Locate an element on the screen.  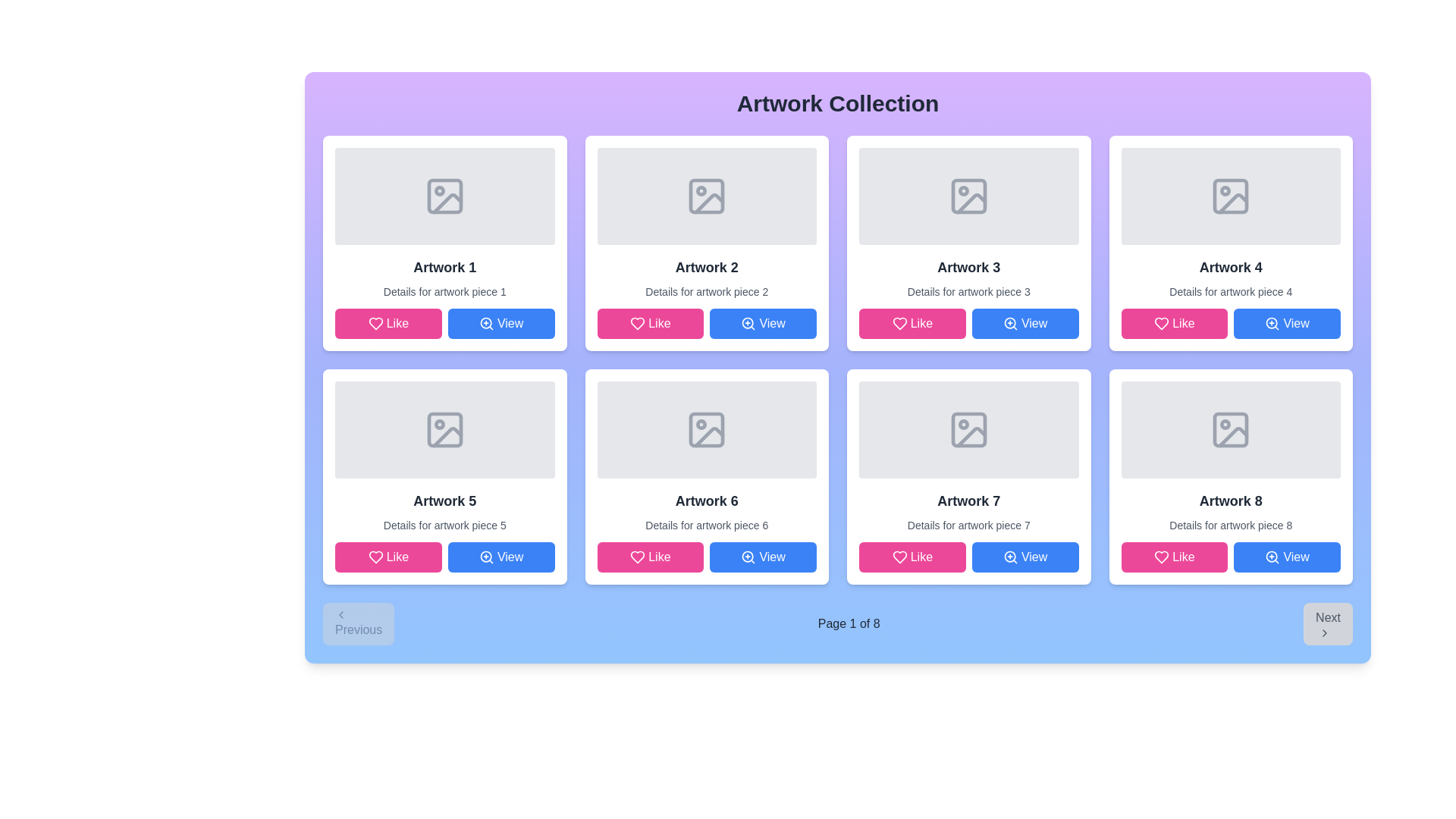
the pink 'Like' button with a heart icon located at the bottom-left corner of Artwork 8's card to like the artwork is located at coordinates (1173, 557).